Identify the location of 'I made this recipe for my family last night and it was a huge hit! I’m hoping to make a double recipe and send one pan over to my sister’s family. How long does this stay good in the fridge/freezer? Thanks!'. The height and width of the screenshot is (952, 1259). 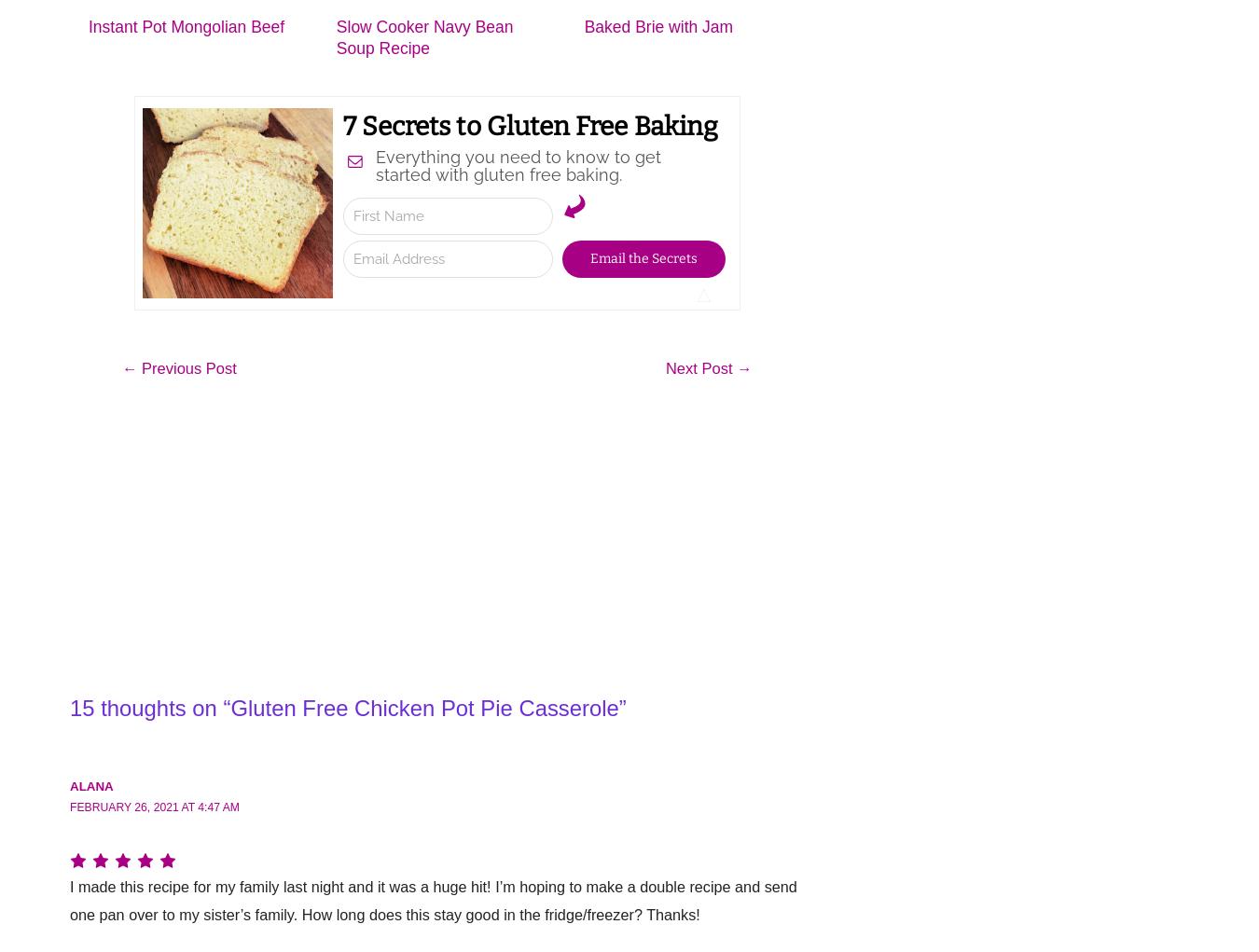
(69, 903).